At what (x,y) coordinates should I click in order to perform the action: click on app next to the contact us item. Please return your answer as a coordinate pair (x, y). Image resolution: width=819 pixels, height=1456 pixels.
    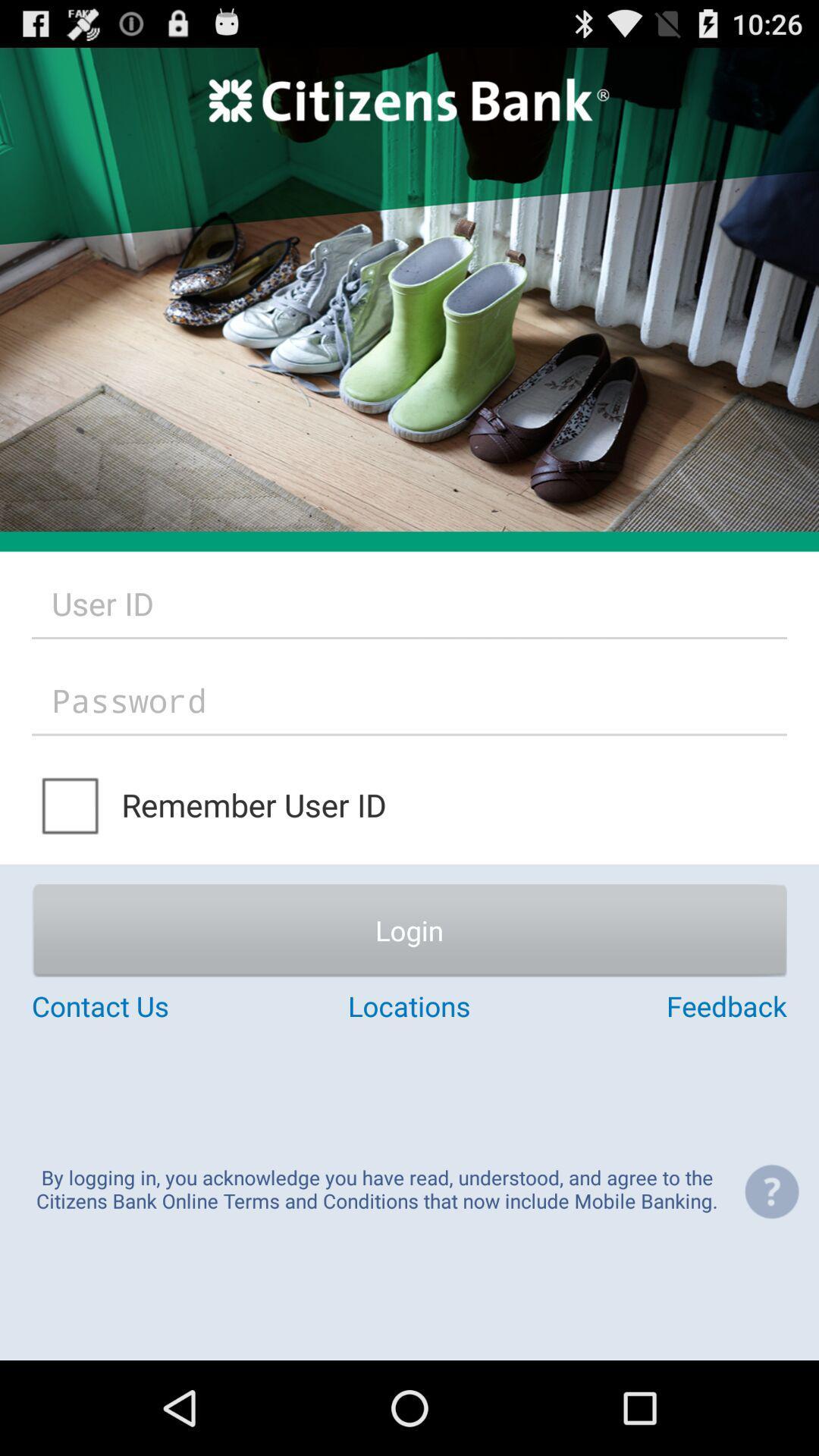
    Looking at the image, I should click on (408, 1006).